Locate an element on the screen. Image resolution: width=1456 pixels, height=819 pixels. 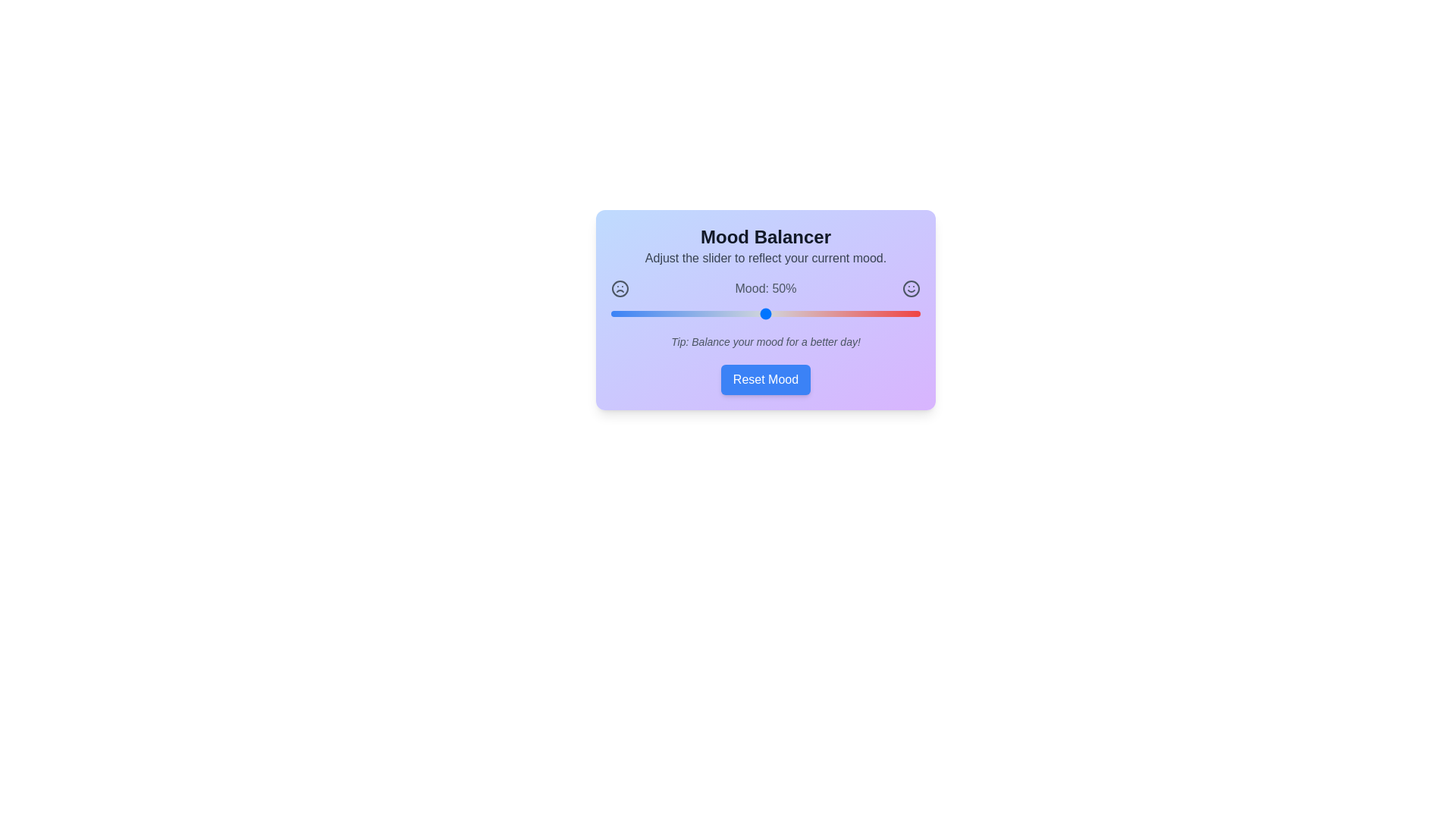
the mood slider to 14% is located at coordinates (654, 312).